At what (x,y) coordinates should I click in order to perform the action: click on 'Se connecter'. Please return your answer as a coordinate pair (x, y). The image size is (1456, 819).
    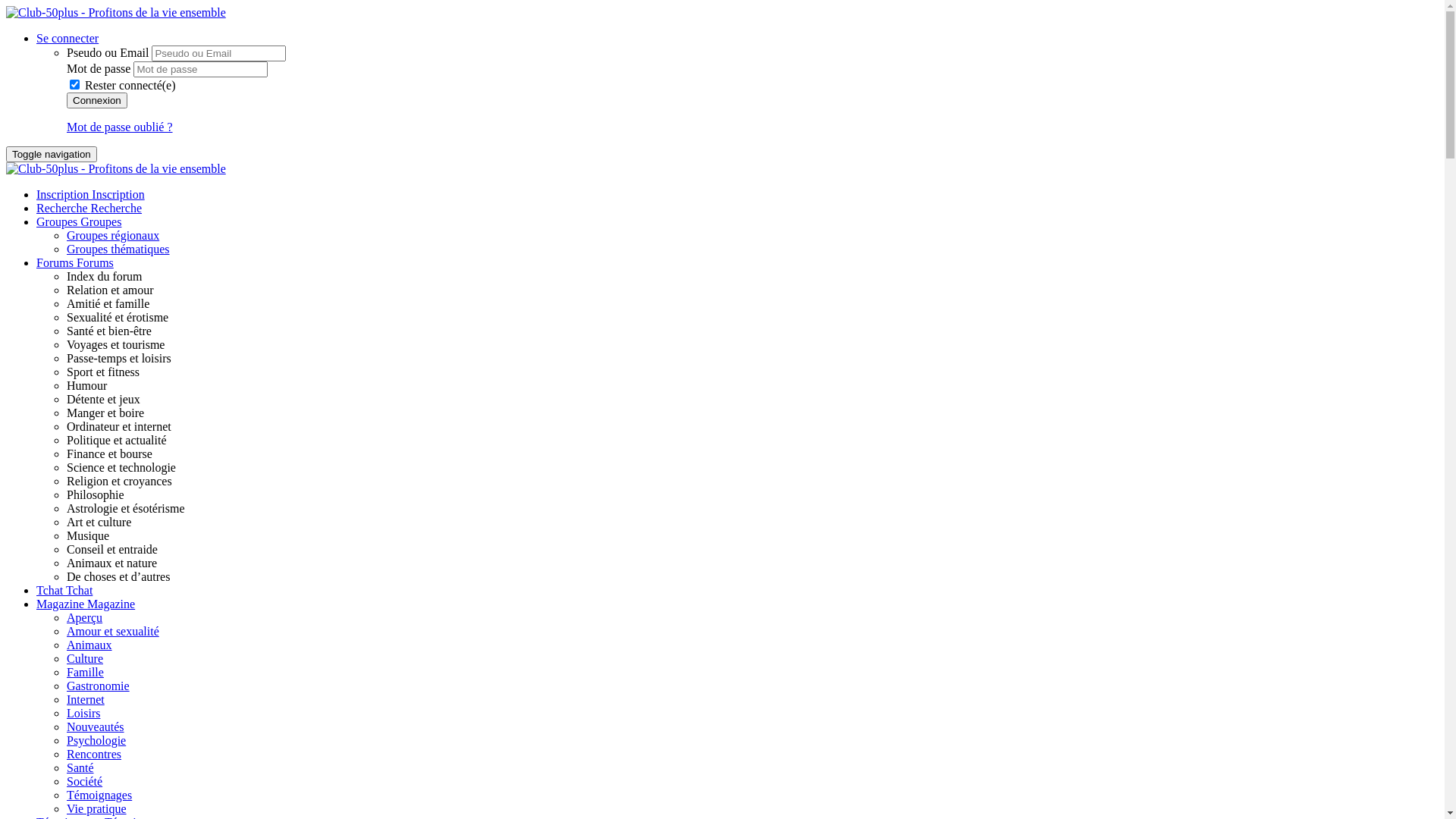
    Looking at the image, I should click on (36, 37).